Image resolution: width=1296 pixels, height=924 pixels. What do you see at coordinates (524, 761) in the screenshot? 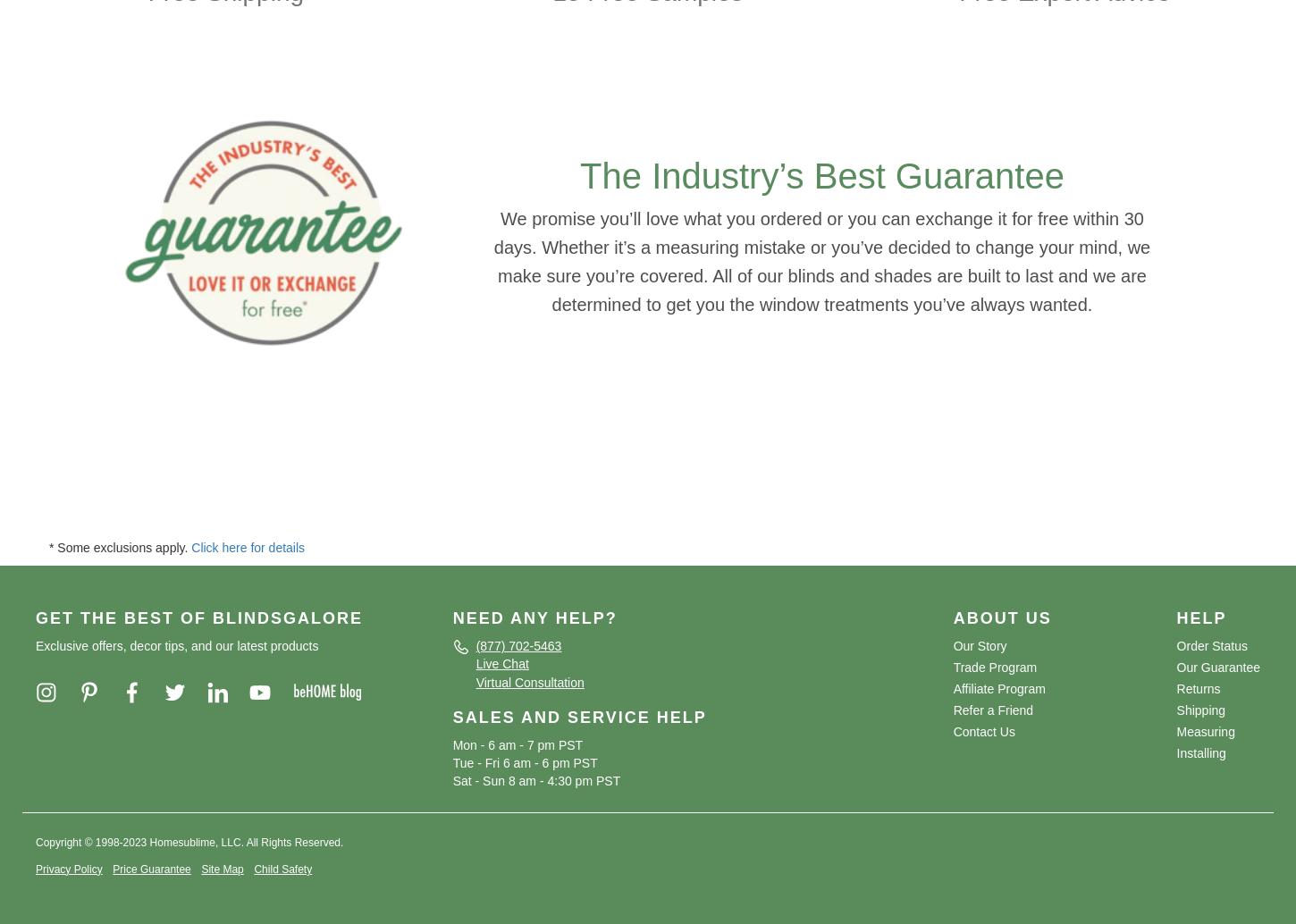
I see `'Tue - Fri 6 am - 6 pm PST'` at bounding box center [524, 761].